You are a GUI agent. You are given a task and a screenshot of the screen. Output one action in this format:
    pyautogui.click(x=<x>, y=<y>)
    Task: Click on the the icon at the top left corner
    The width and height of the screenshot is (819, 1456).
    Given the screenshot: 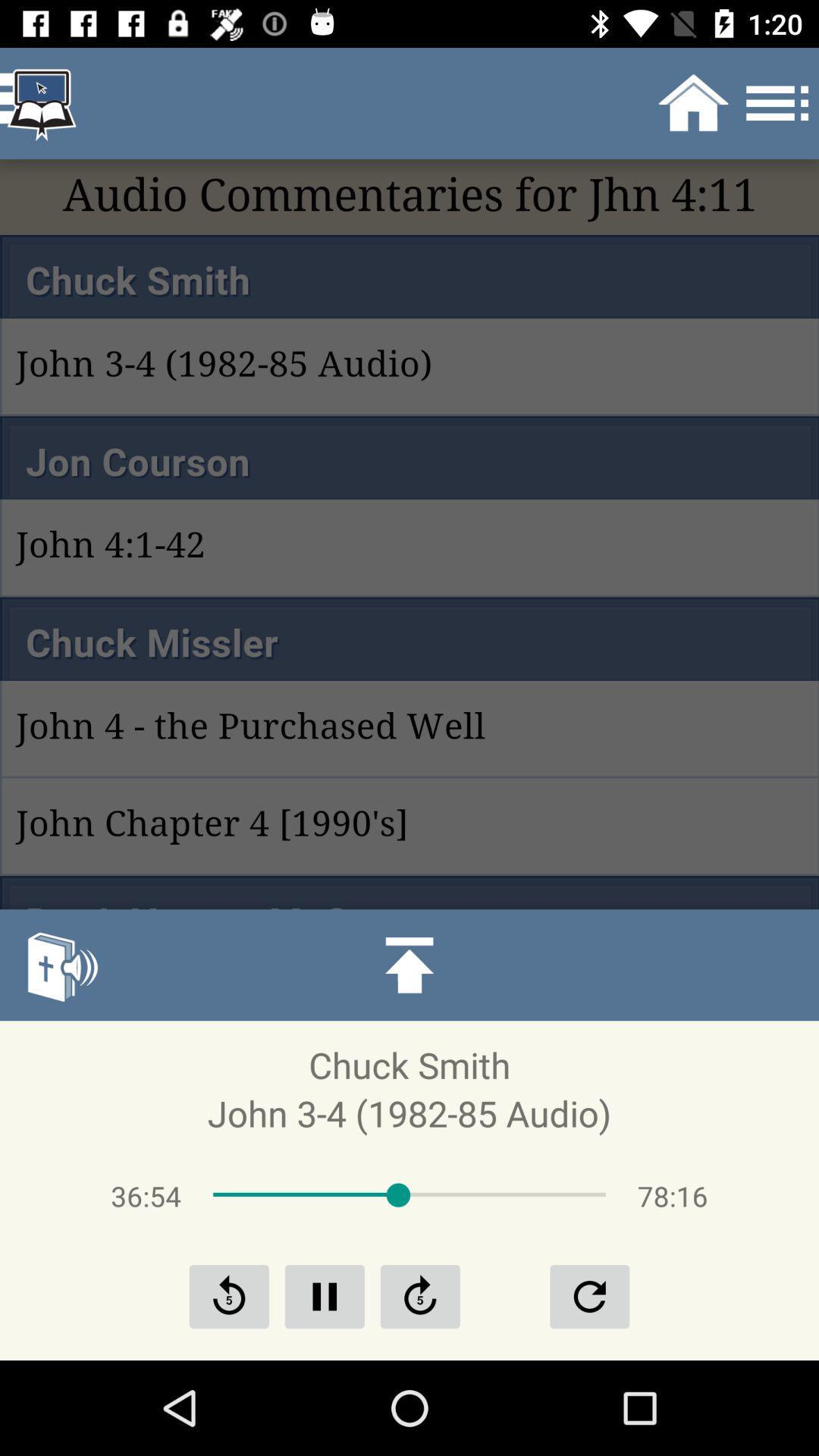 What is the action you would take?
    pyautogui.click(x=41, y=102)
    